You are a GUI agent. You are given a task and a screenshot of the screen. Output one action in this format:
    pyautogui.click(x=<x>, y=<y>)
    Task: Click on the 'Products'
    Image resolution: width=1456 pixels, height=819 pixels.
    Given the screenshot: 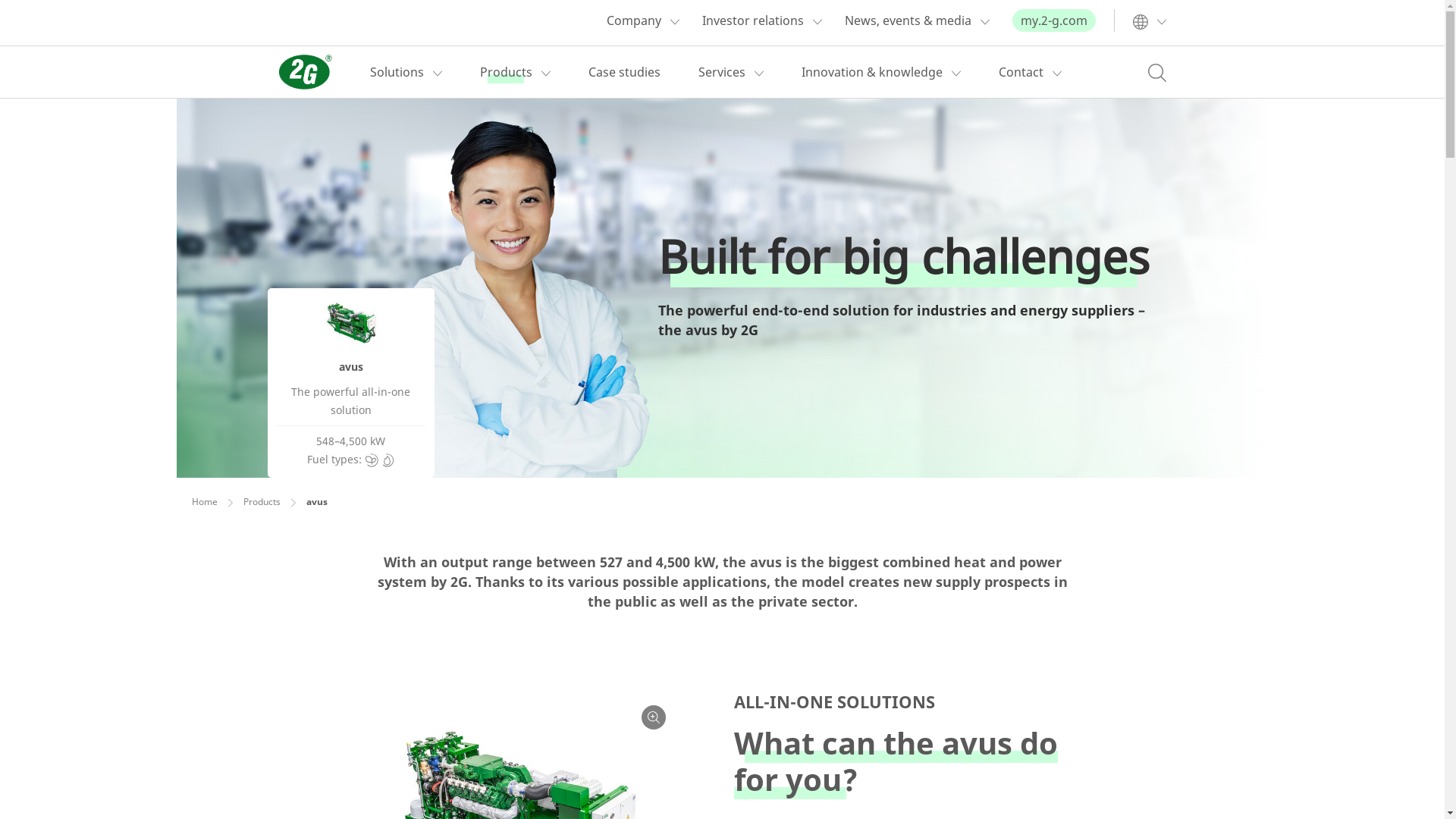 What is the action you would take?
    pyautogui.click(x=479, y=72)
    